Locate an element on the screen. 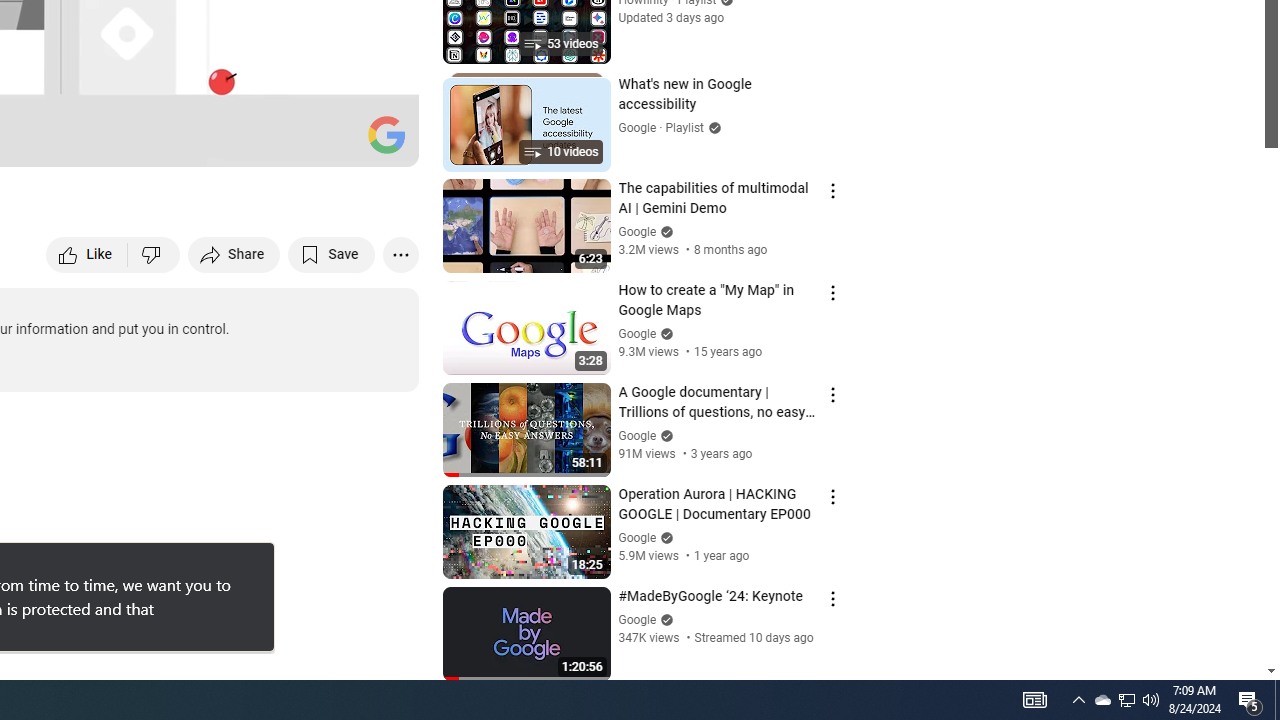 The image size is (1280, 720). 'Share' is located at coordinates (234, 253).